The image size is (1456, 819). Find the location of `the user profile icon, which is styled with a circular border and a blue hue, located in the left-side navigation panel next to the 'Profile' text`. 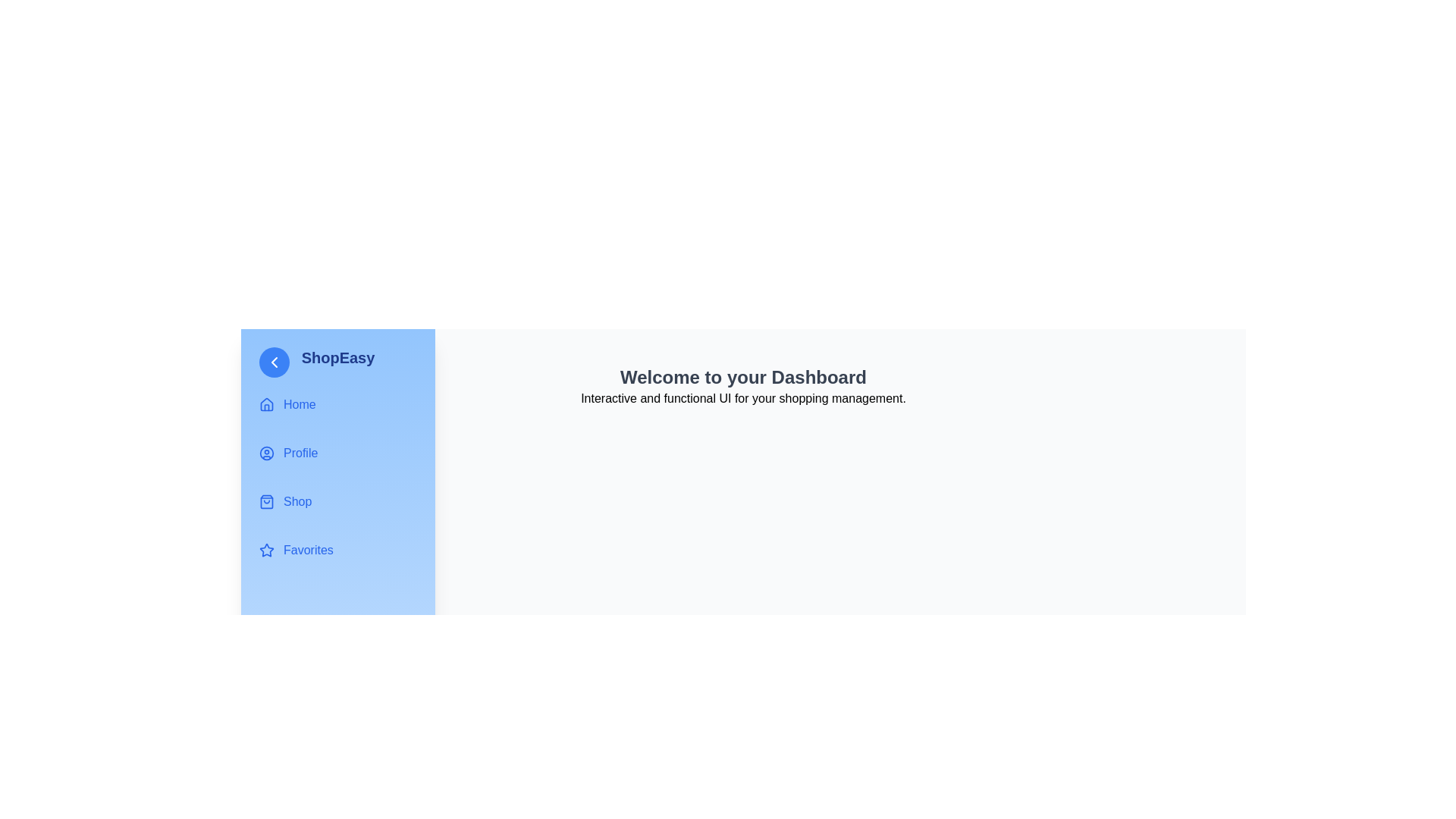

the user profile icon, which is styled with a circular border and a blue hue, located in the left-side navigation panel next to the 'Profile' text is located at coordinates (266, 452).